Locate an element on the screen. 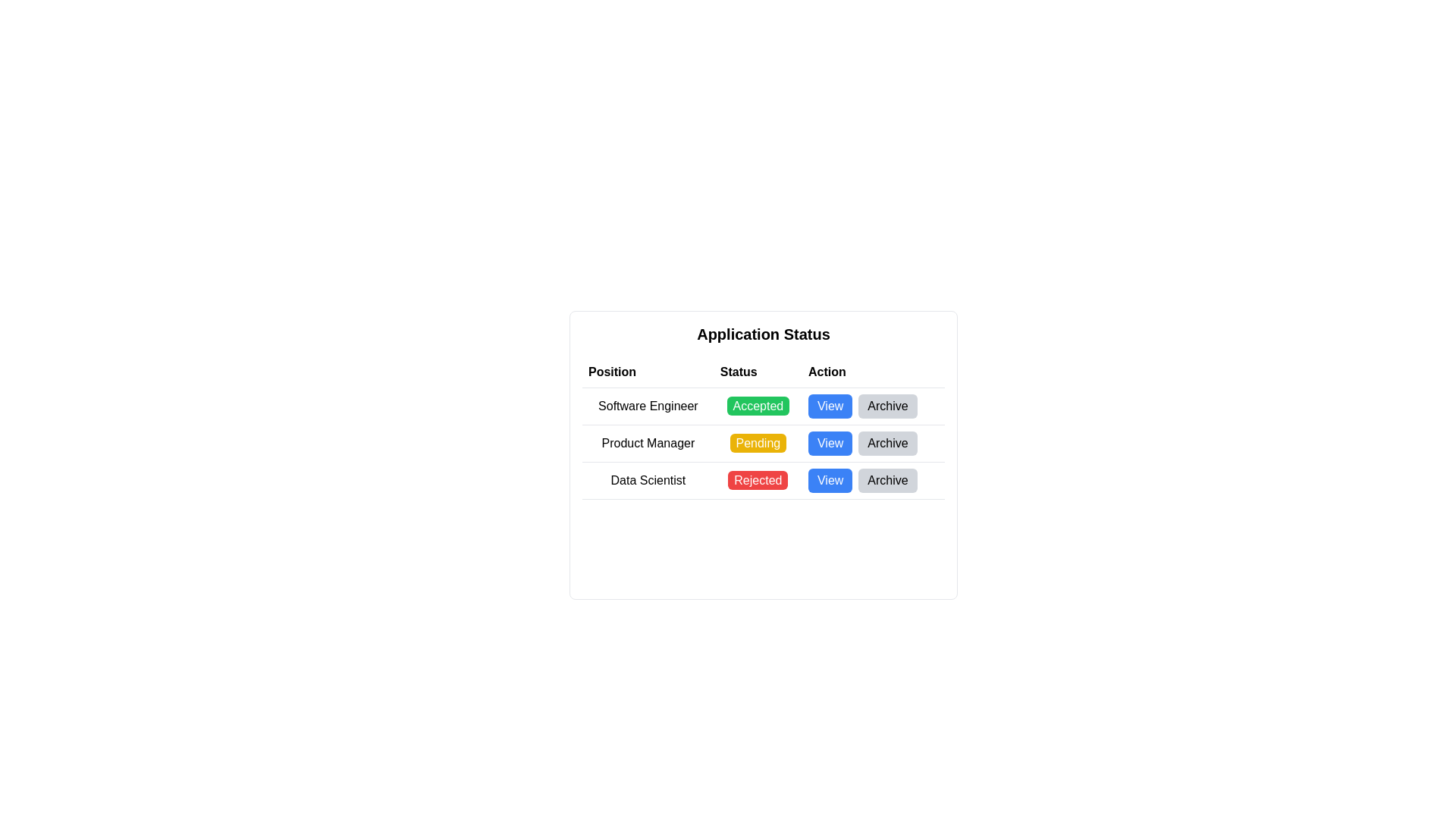  the 'Archive' button, which is a rectangular button with a gray background and black text, located in the second row of the 'Action' column next to the 'View' button is located at coordinates (888, 444).